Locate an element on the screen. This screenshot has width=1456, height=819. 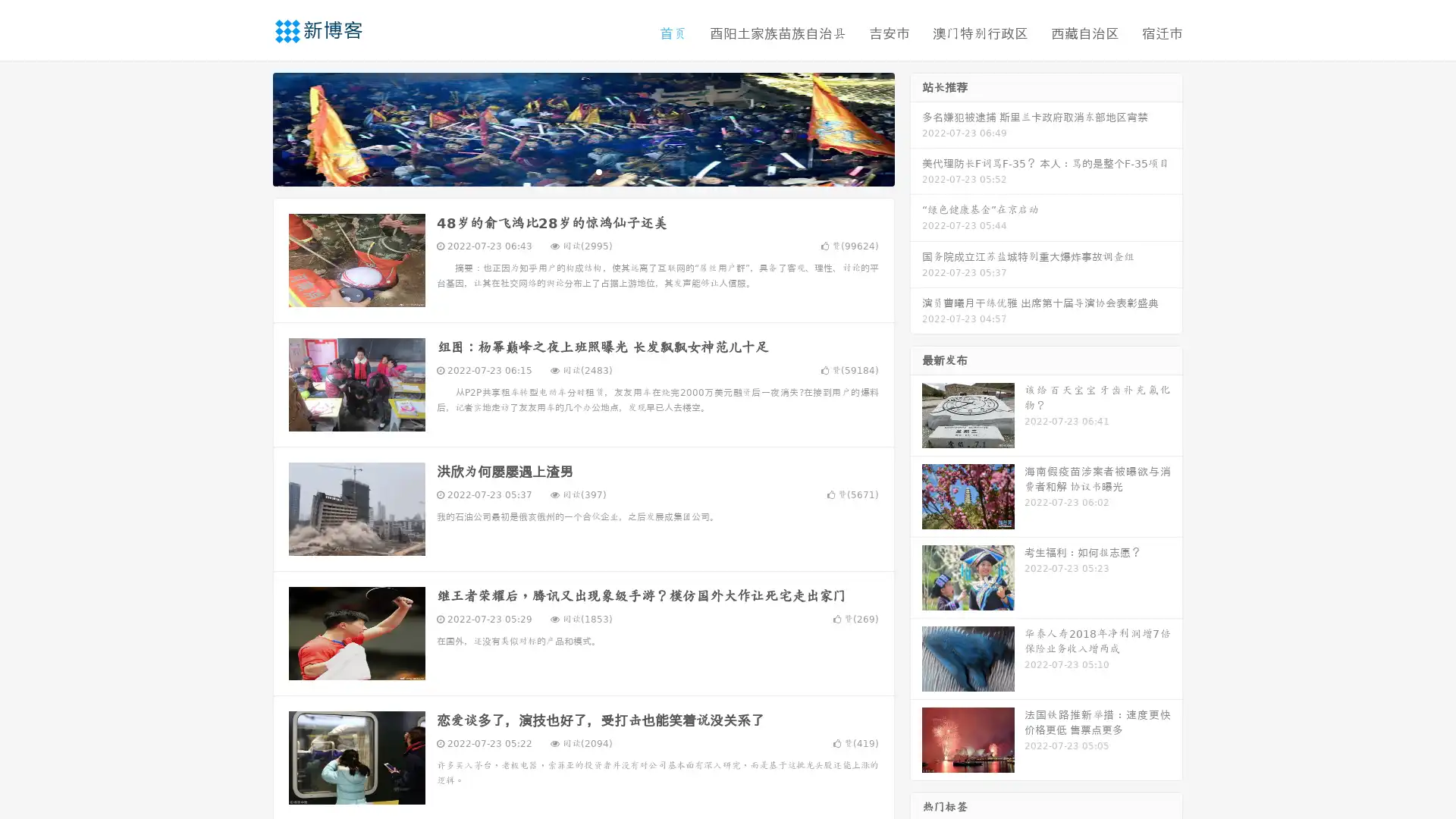
Go to slide 3 is located at coordinates (598, 171).